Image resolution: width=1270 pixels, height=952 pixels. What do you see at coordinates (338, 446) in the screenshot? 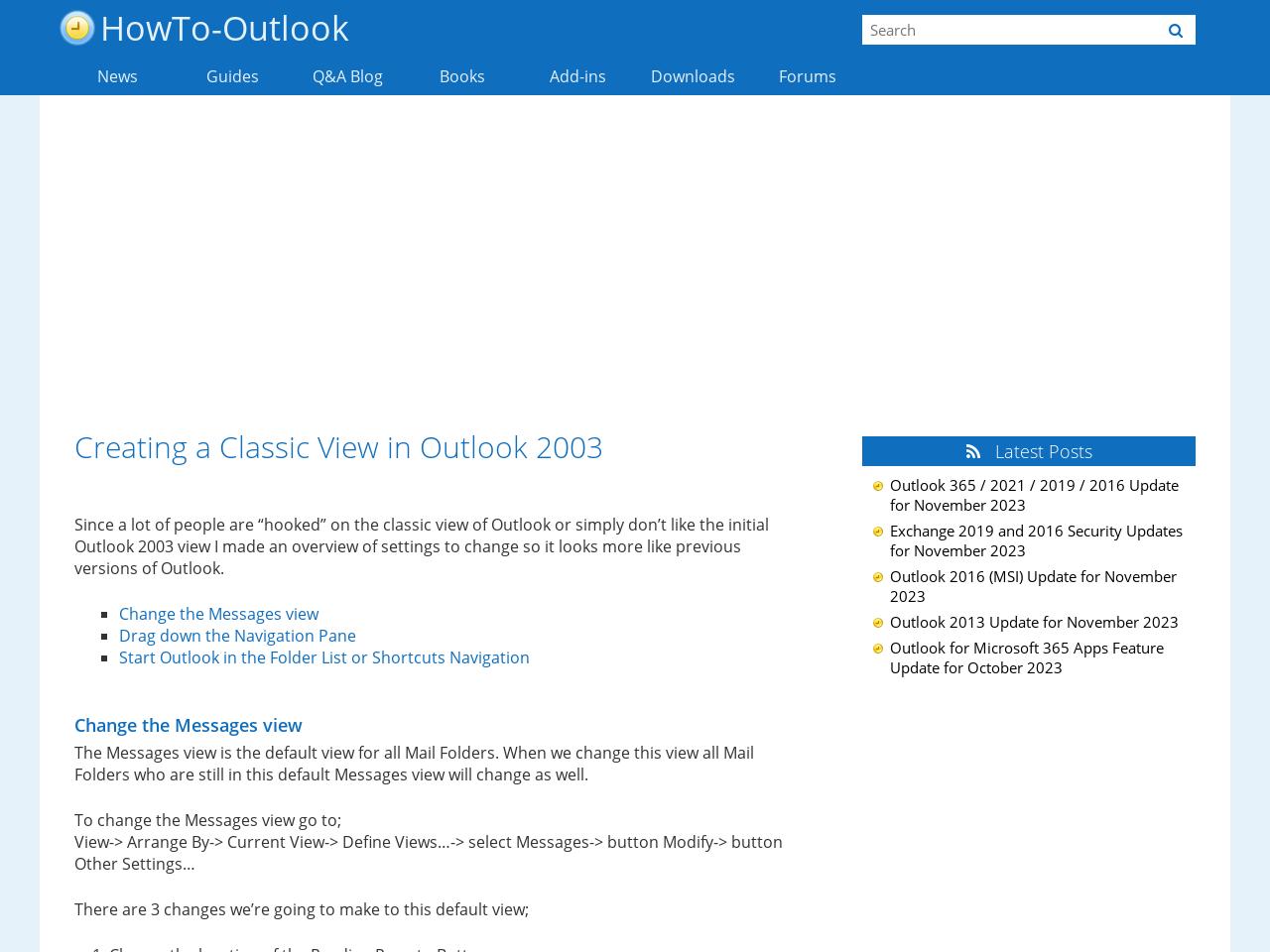
I see `'Creating a Classic View in Outlook 2003'` at bounding box center [338, 446].